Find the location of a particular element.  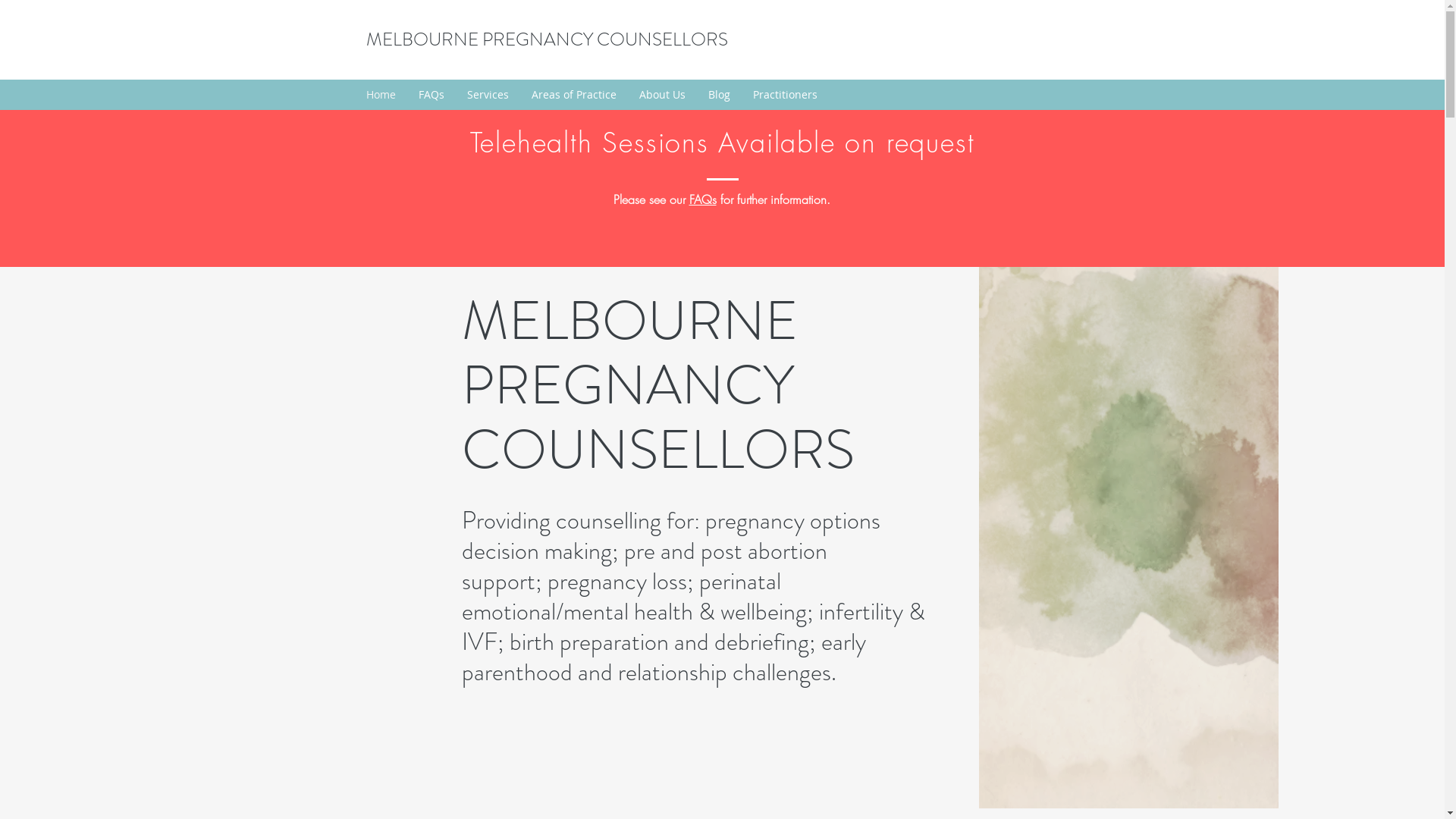

'Home' is located at coordinates (381, 94).